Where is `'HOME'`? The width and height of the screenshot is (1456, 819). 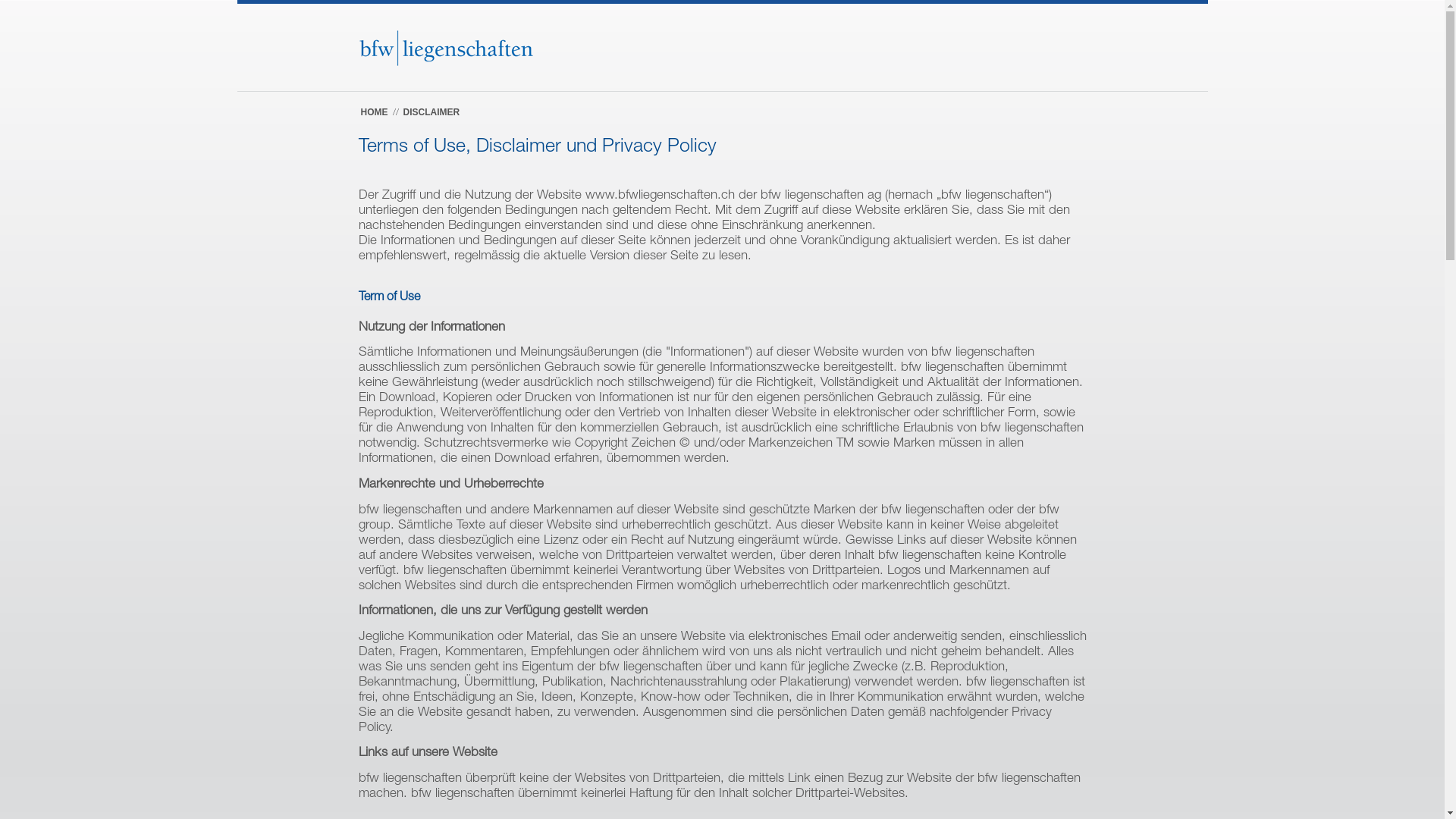
'HOME' is located at coordinates (375, 111).